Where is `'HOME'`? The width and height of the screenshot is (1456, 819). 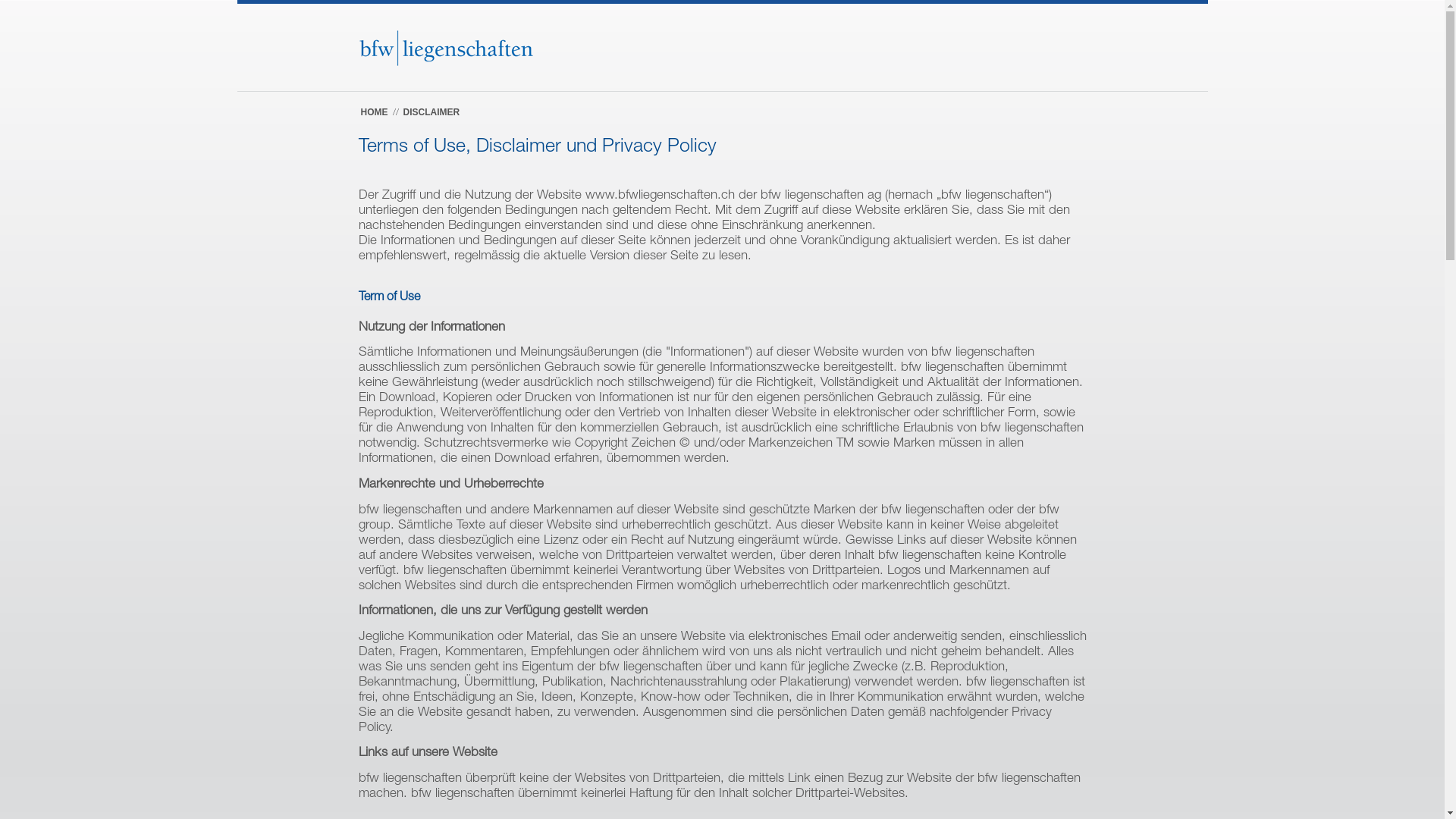
'HOME' is located at coordinates (375, 111).